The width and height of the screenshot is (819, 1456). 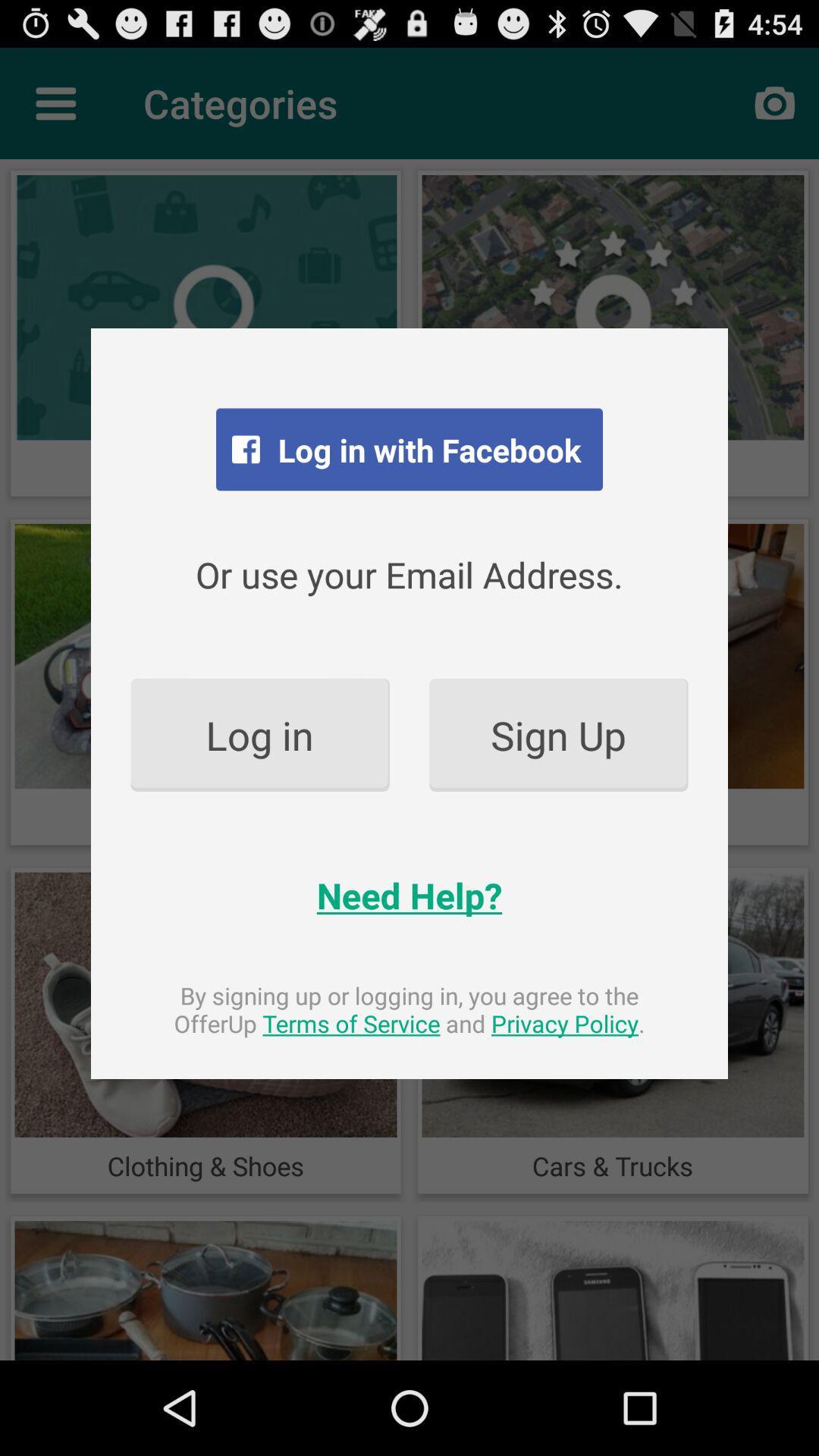 I want to click on the sign up item, so click(x=558, y=735).